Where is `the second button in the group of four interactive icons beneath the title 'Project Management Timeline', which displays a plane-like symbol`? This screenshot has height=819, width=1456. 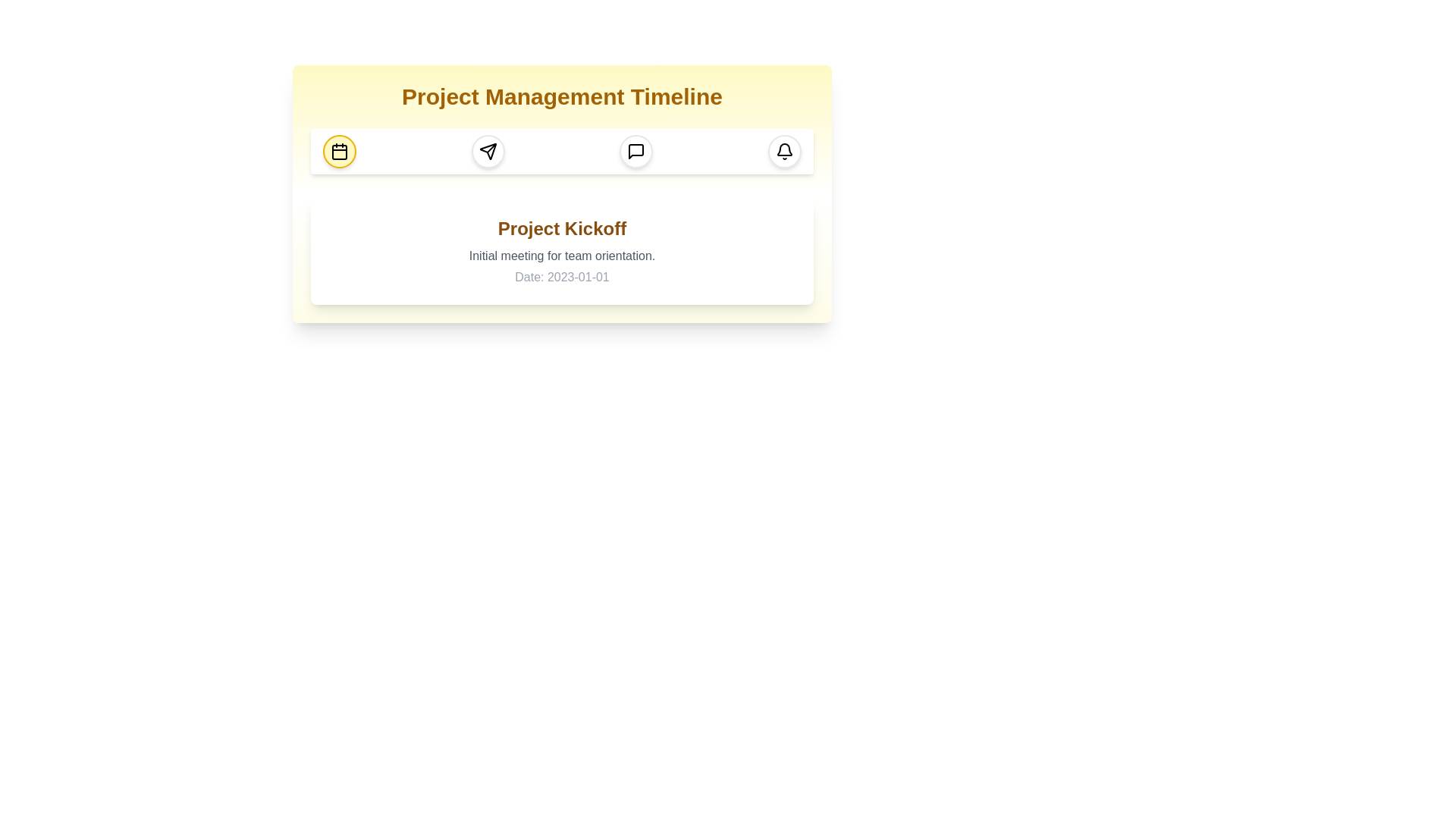
the second button in the group of four interactive icons beneath the title 'Project Management Timeline', which displays a plane-like symbol is located at coordinates (488, 152).